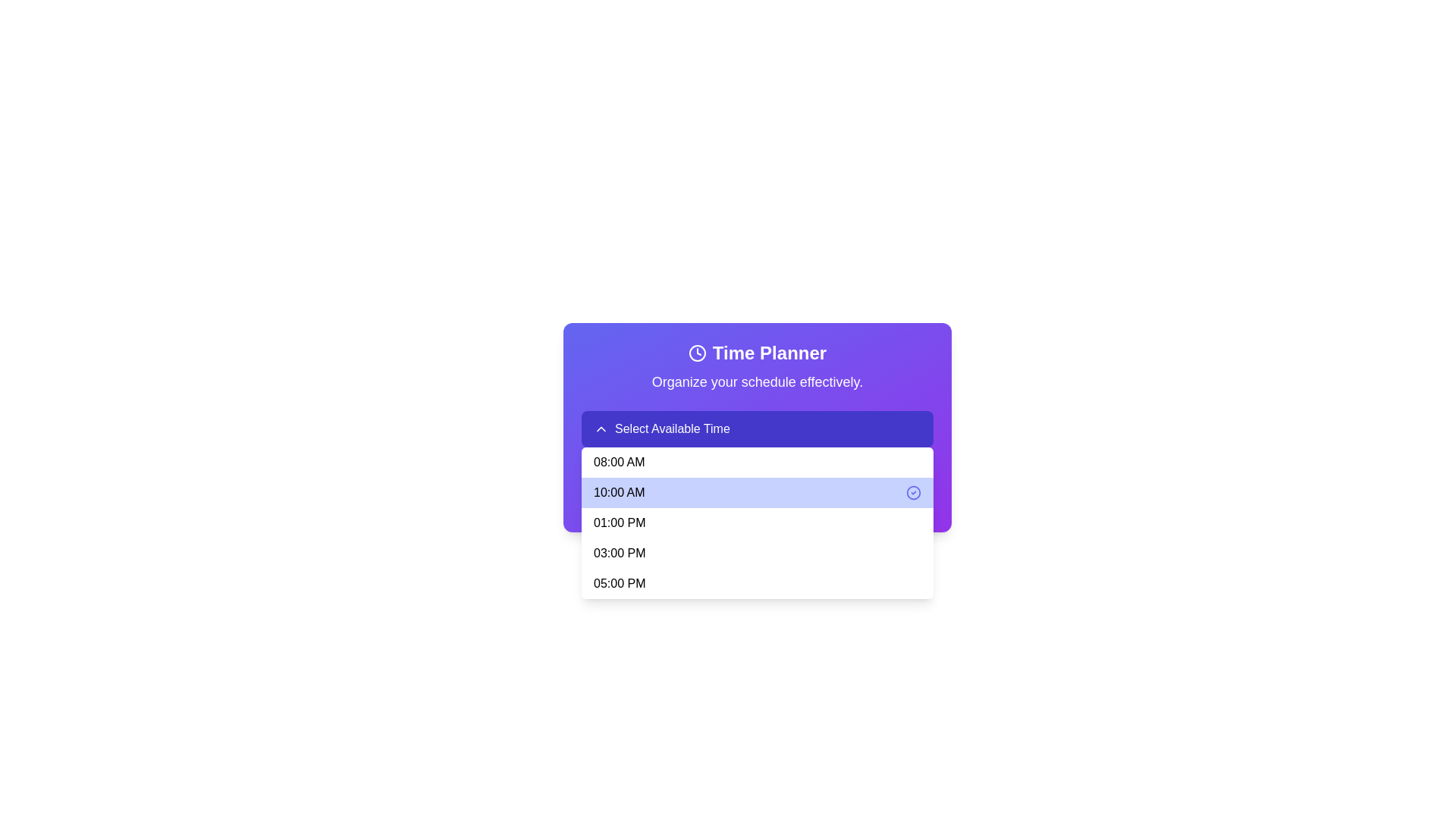  Describe the element at coordinates (620, 553) in the screenshot. I see `the '03:00 PM' time selection option within the dropdown menu` at that location.